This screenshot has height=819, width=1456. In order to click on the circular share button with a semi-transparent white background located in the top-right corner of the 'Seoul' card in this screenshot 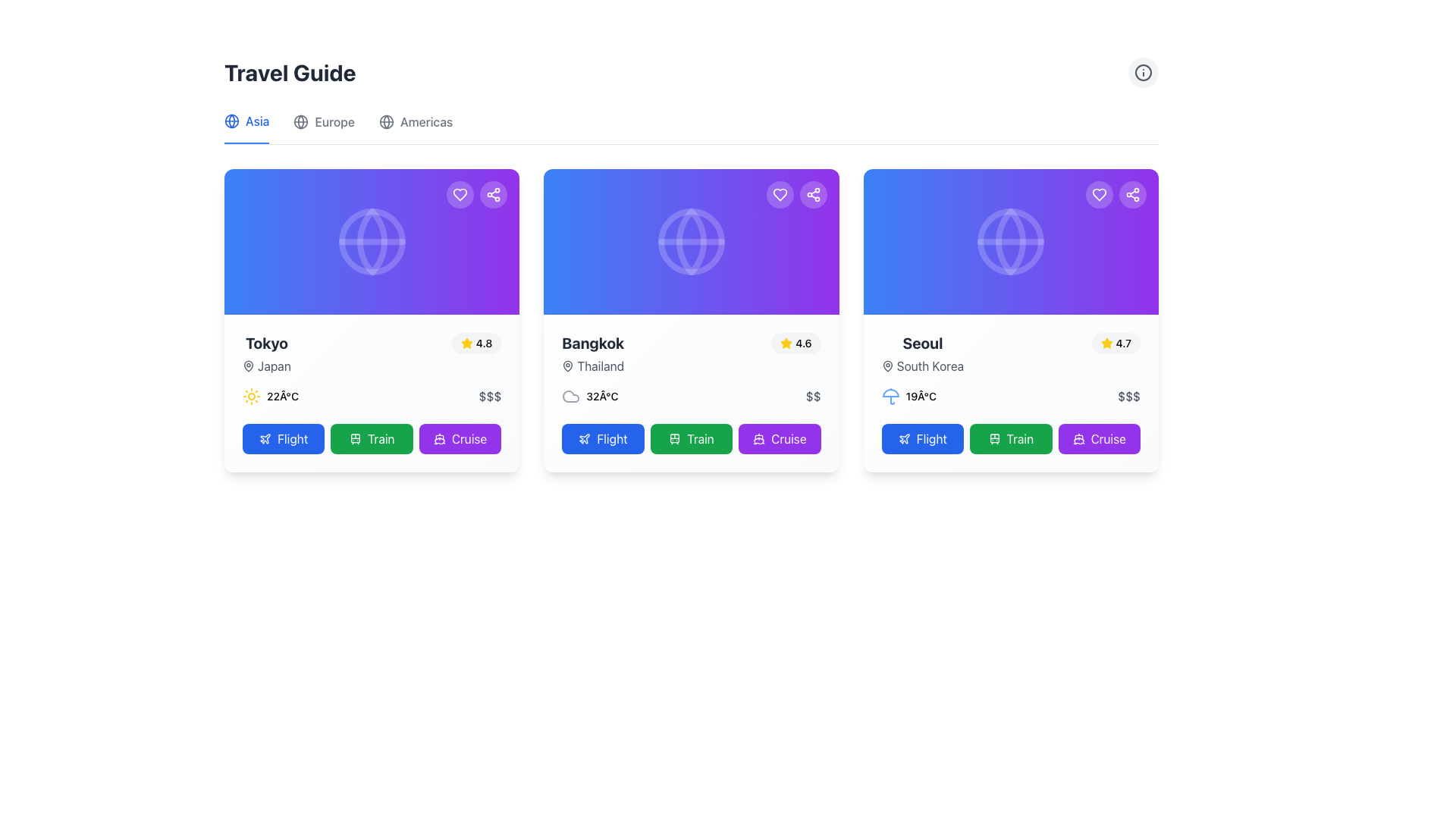, I will do `click(1132, 194)`.